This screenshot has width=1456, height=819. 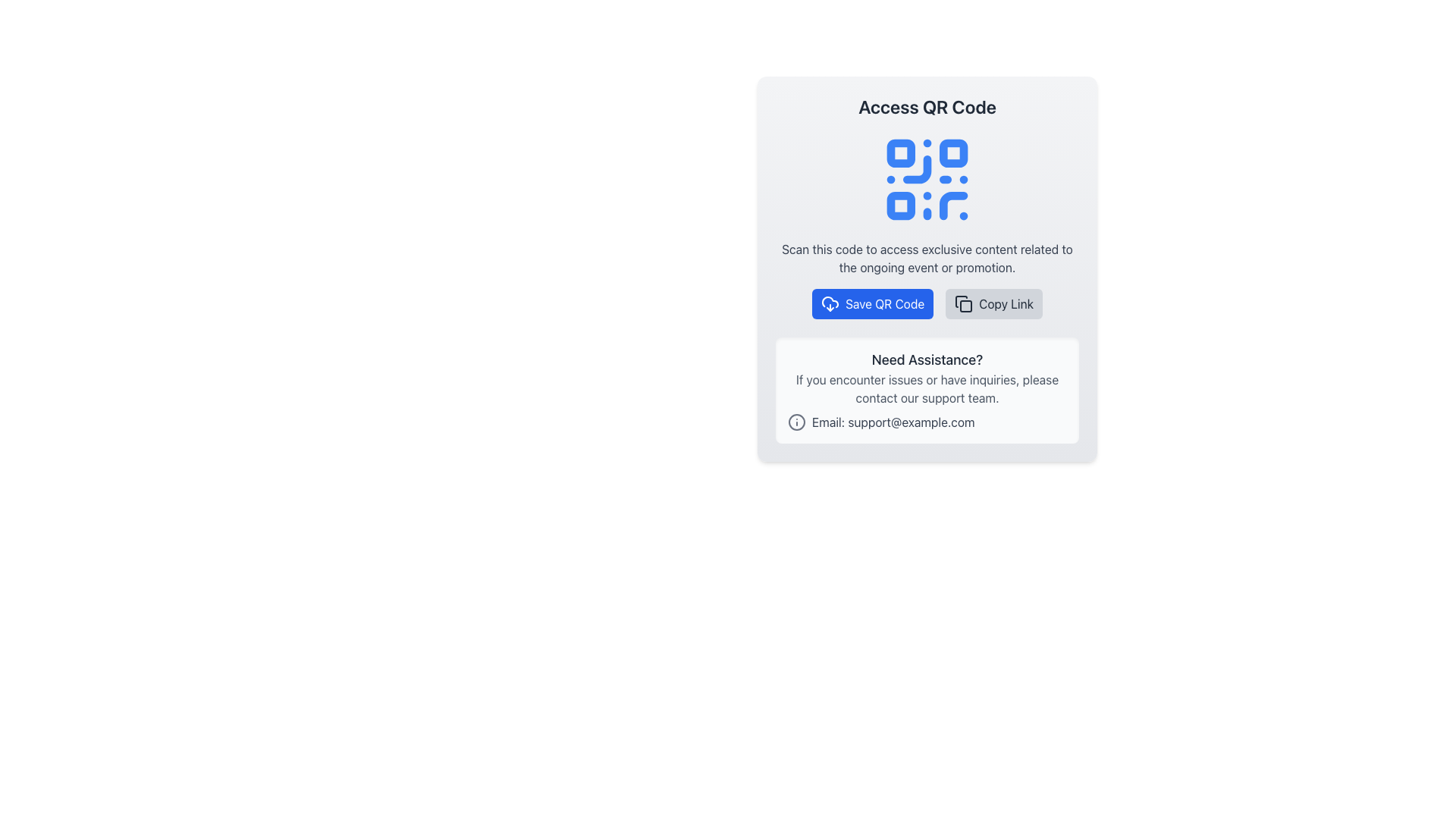 What do you see at coordinates (927, 390) in the screenshot?
I see `contact information from the informational section titled 'Need Assistance?' which has a light gray background and contains an email hyperlink` at bounding box center [927, 390].